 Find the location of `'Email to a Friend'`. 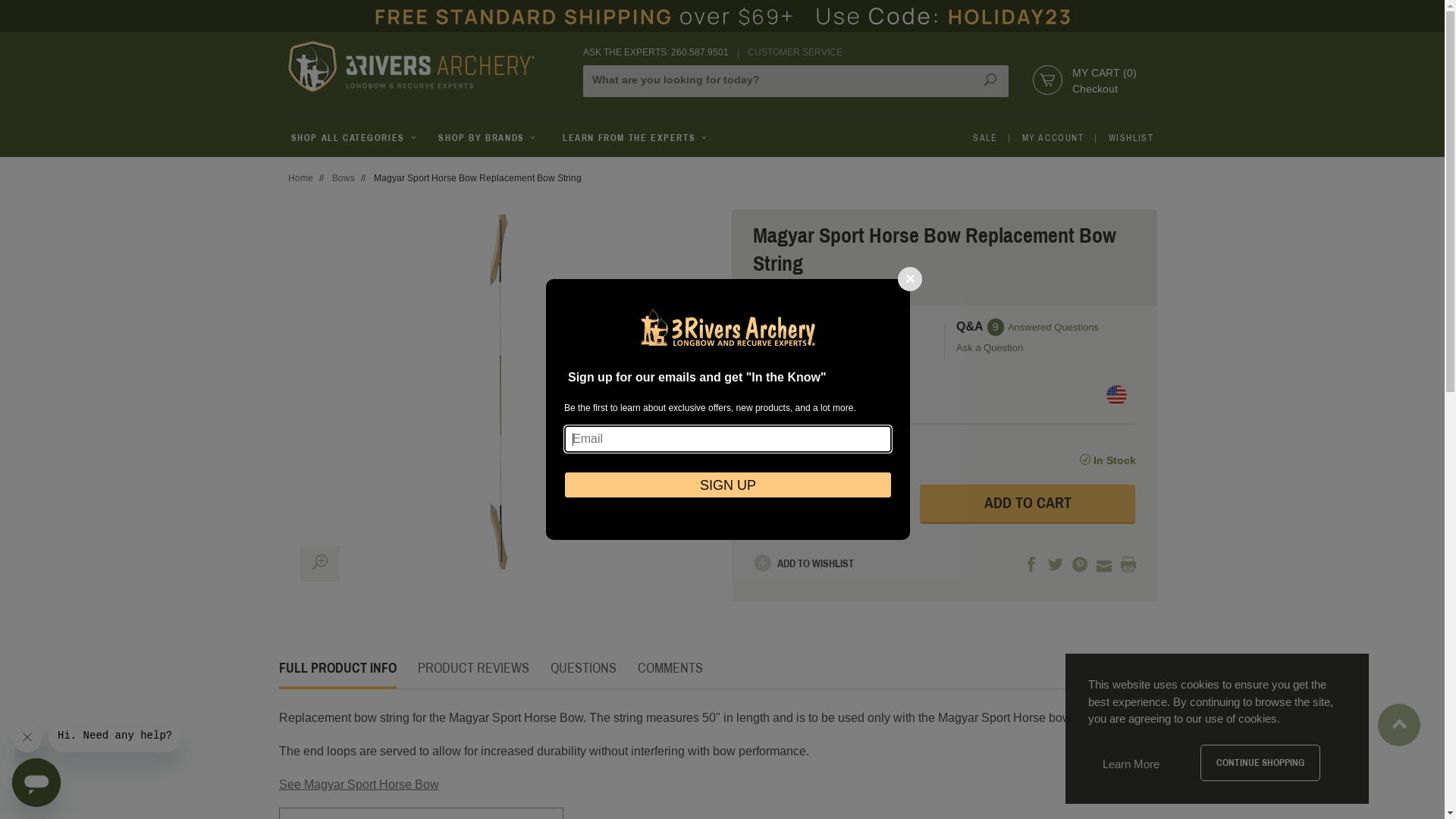

'Email to a Friend' is located at coordinates (1103, 565).